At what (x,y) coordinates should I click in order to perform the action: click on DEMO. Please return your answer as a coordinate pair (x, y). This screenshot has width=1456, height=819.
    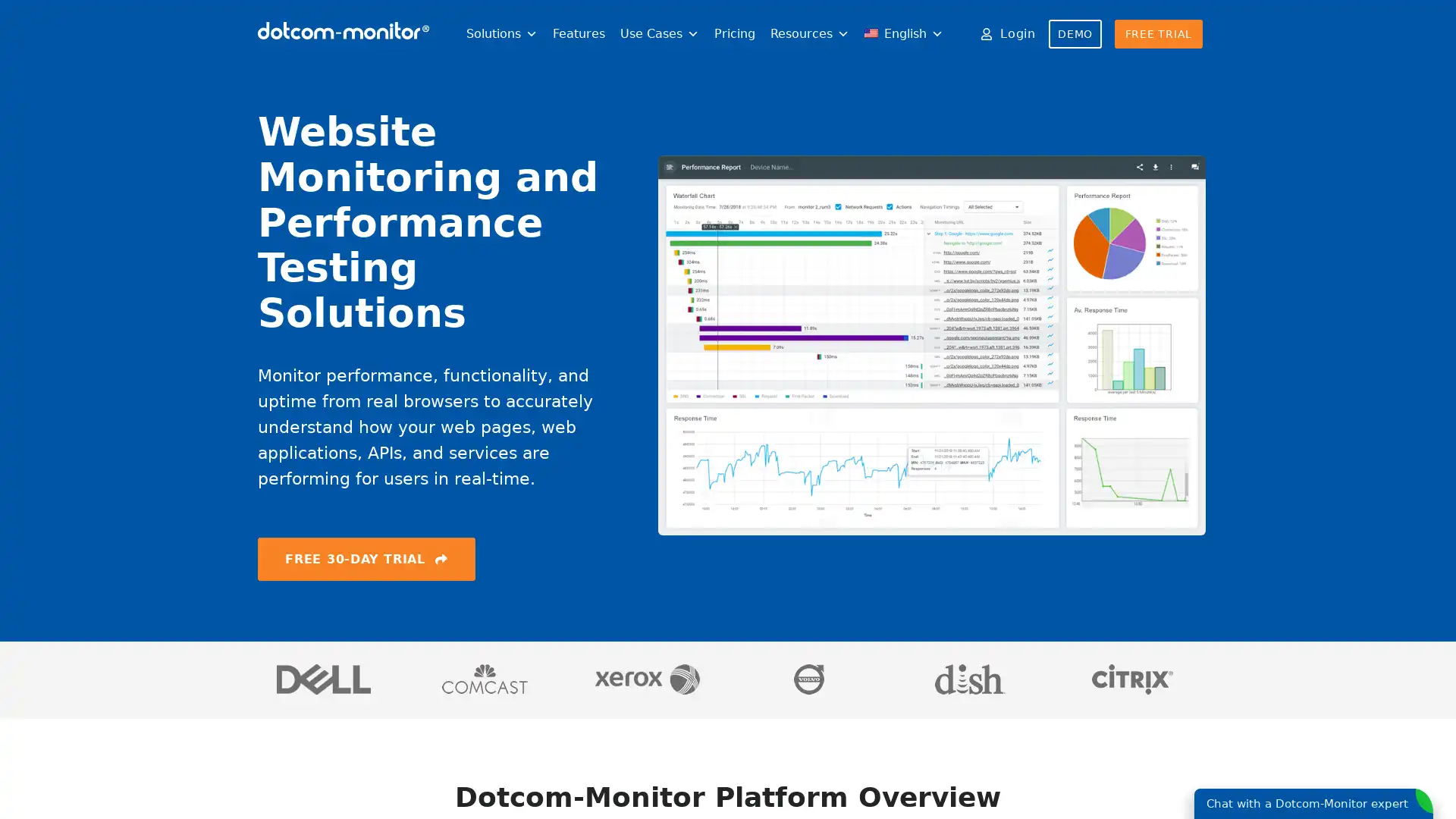
    Looking at the image, I should click on (1074, 34).